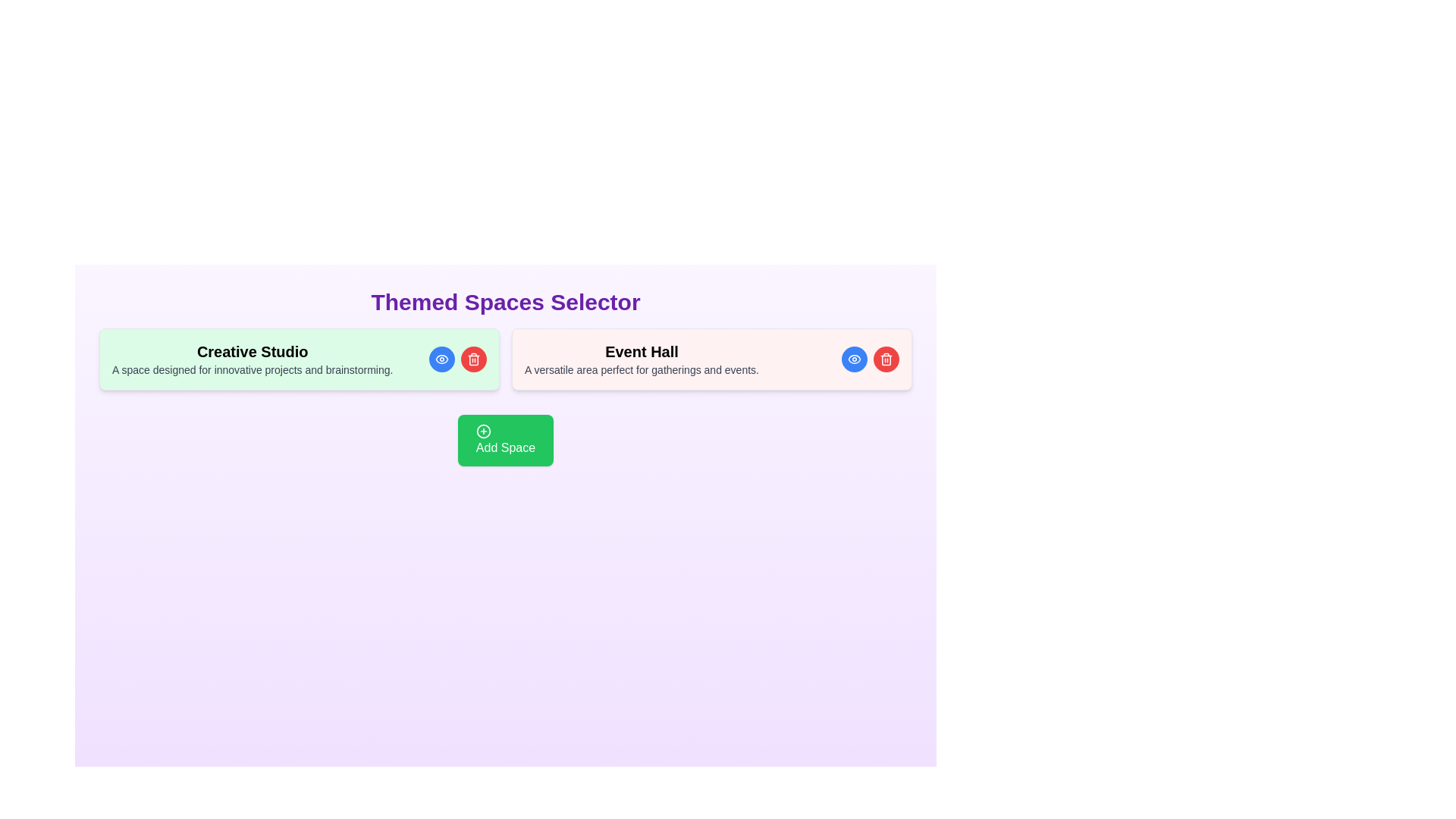  Describe the element at coordinates (457, 359) in the screenshot. I see `the trash button with a red background` at that location.